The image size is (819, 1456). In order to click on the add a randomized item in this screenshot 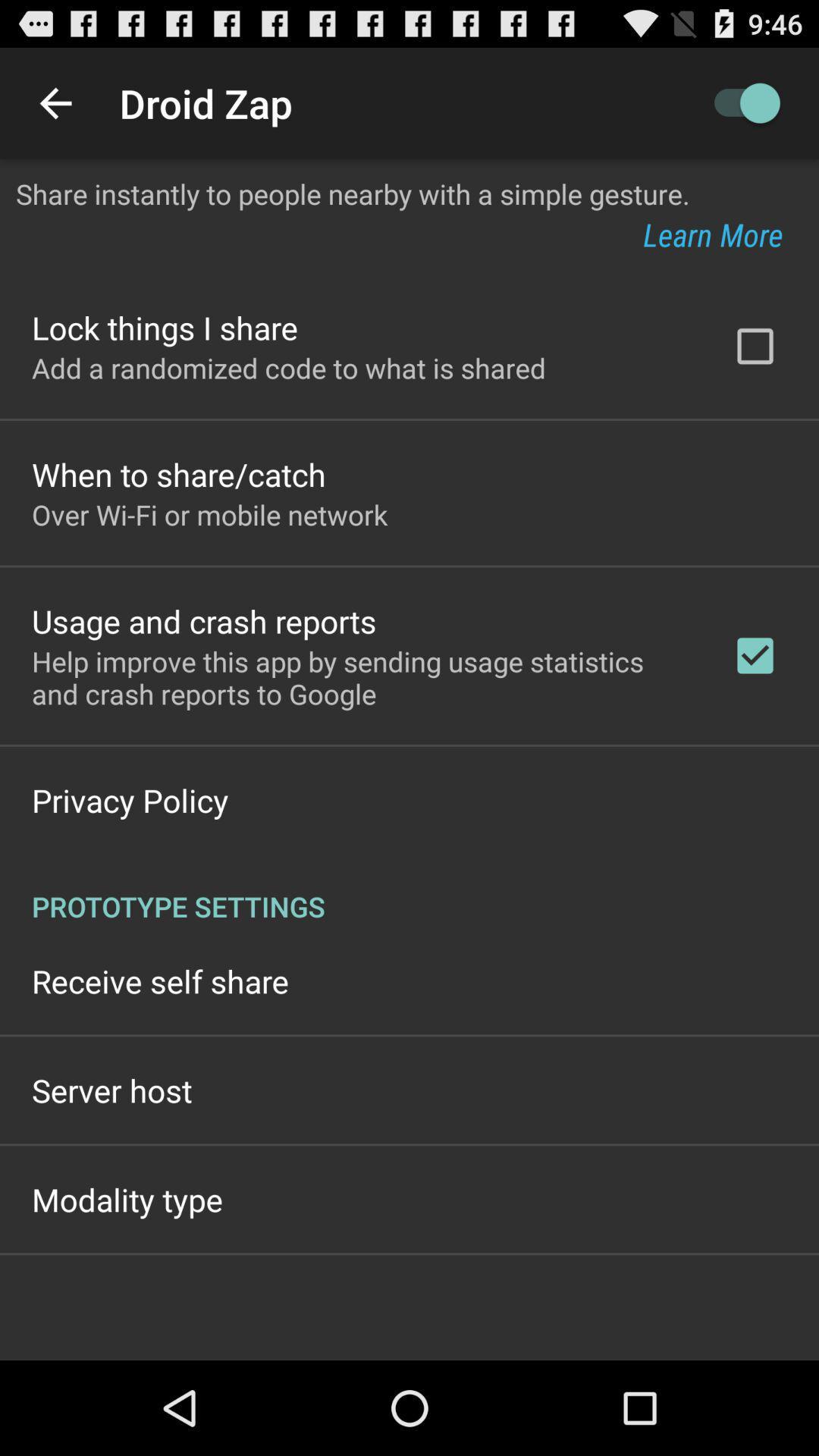, I will do `click(289, 368)`.